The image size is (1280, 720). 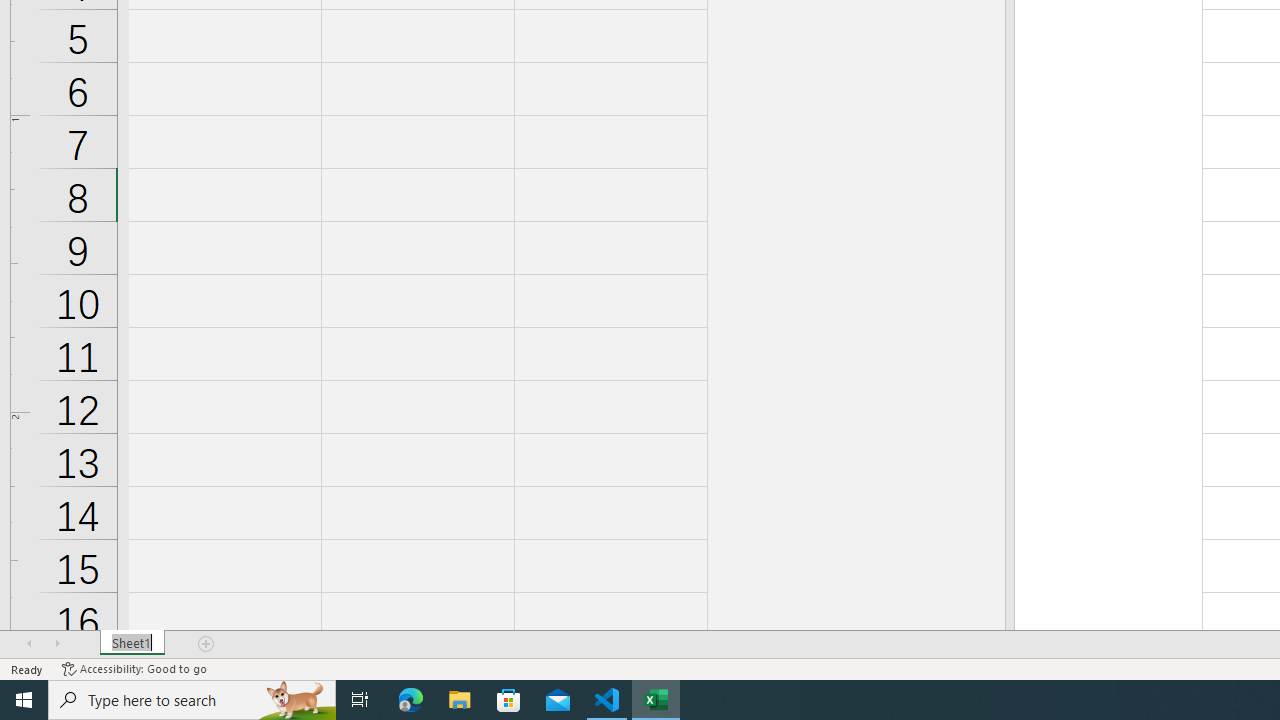 I want to click on 'Accessibility Checker Accessibility: Good to go', so click(x=133, y=669).